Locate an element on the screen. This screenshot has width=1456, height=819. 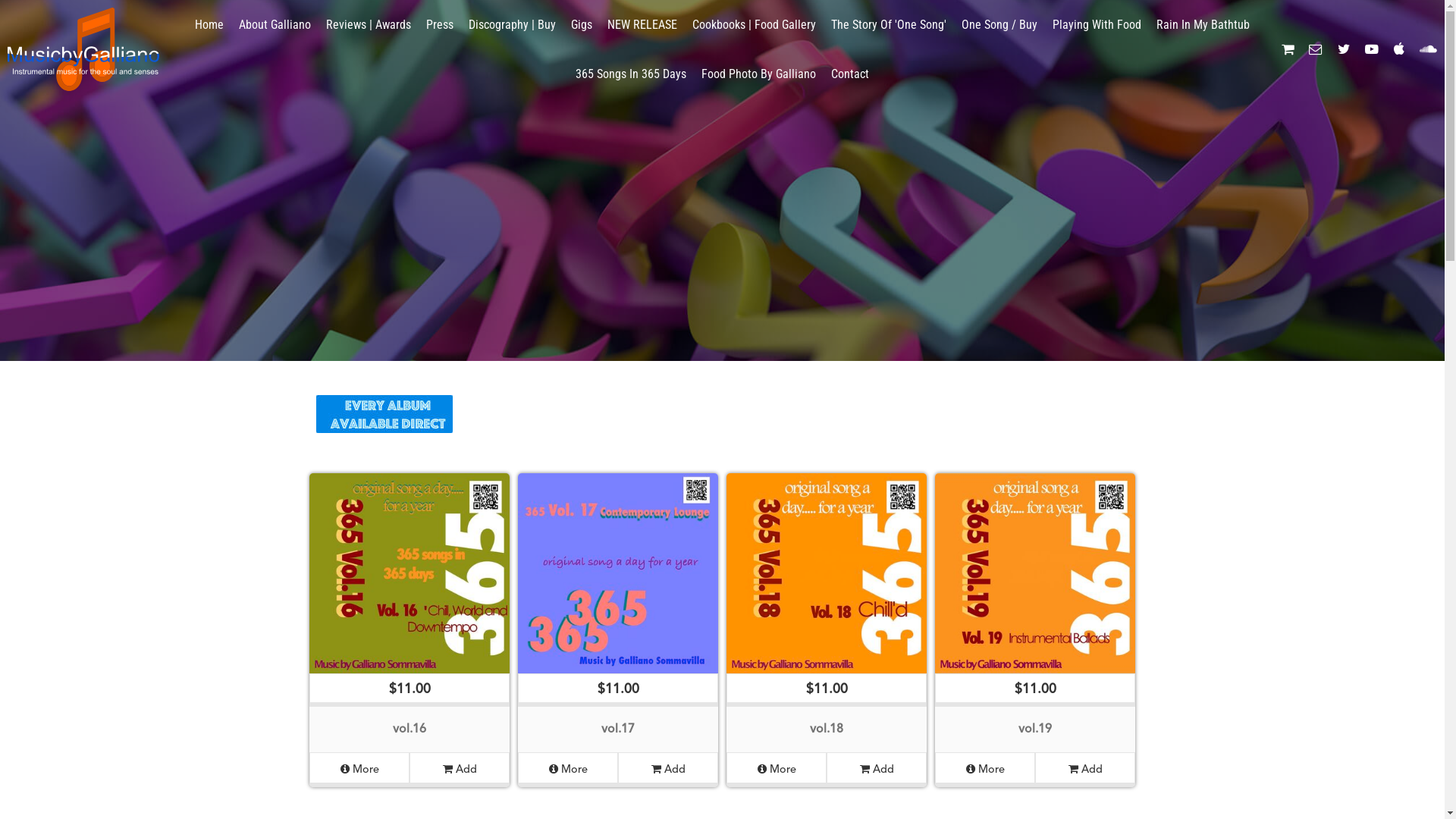
'Reviews | Awards' is located at coordinates (368, 24).